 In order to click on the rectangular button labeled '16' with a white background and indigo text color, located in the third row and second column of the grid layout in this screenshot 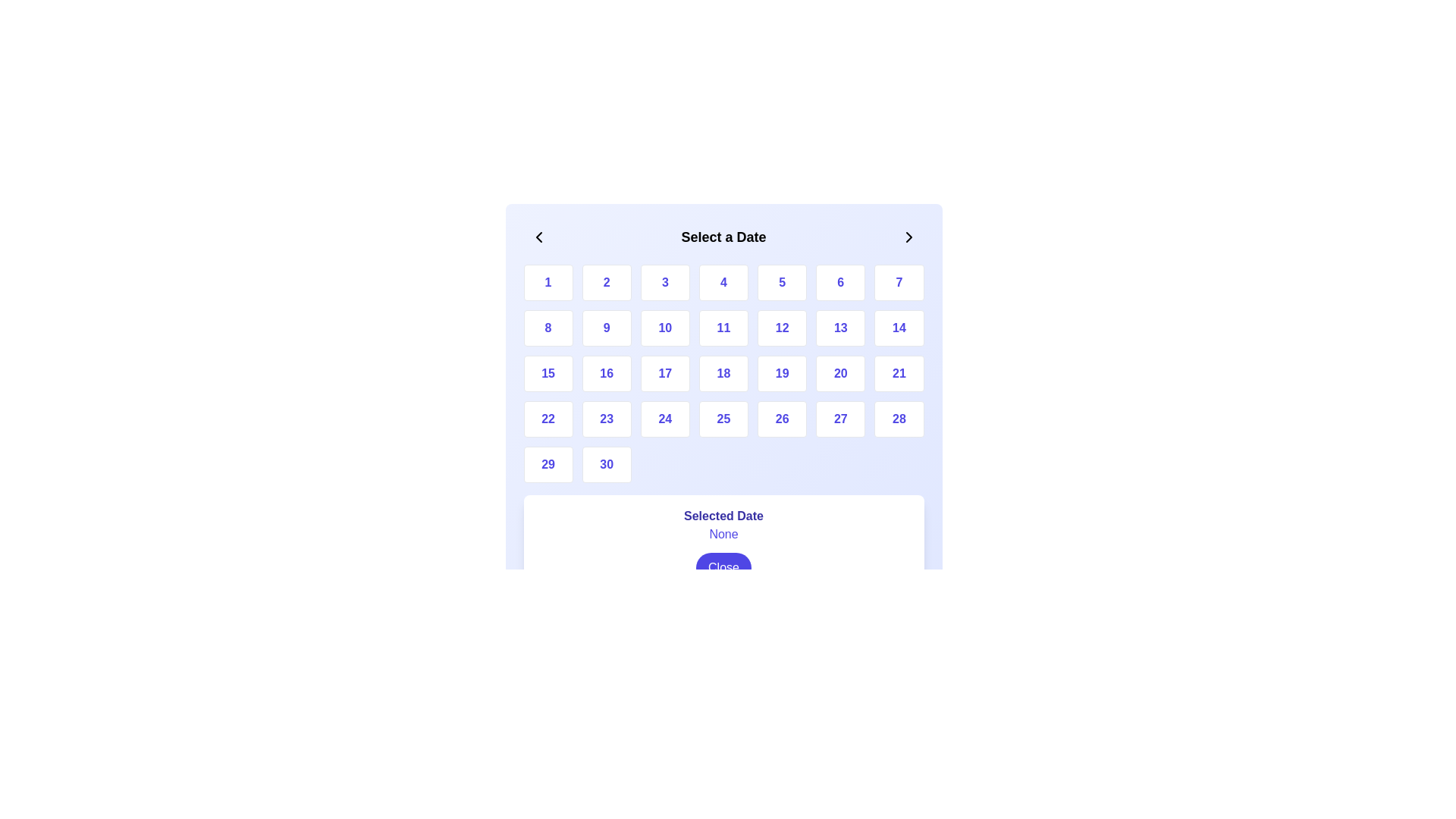, I will do `click(607, 374)`.